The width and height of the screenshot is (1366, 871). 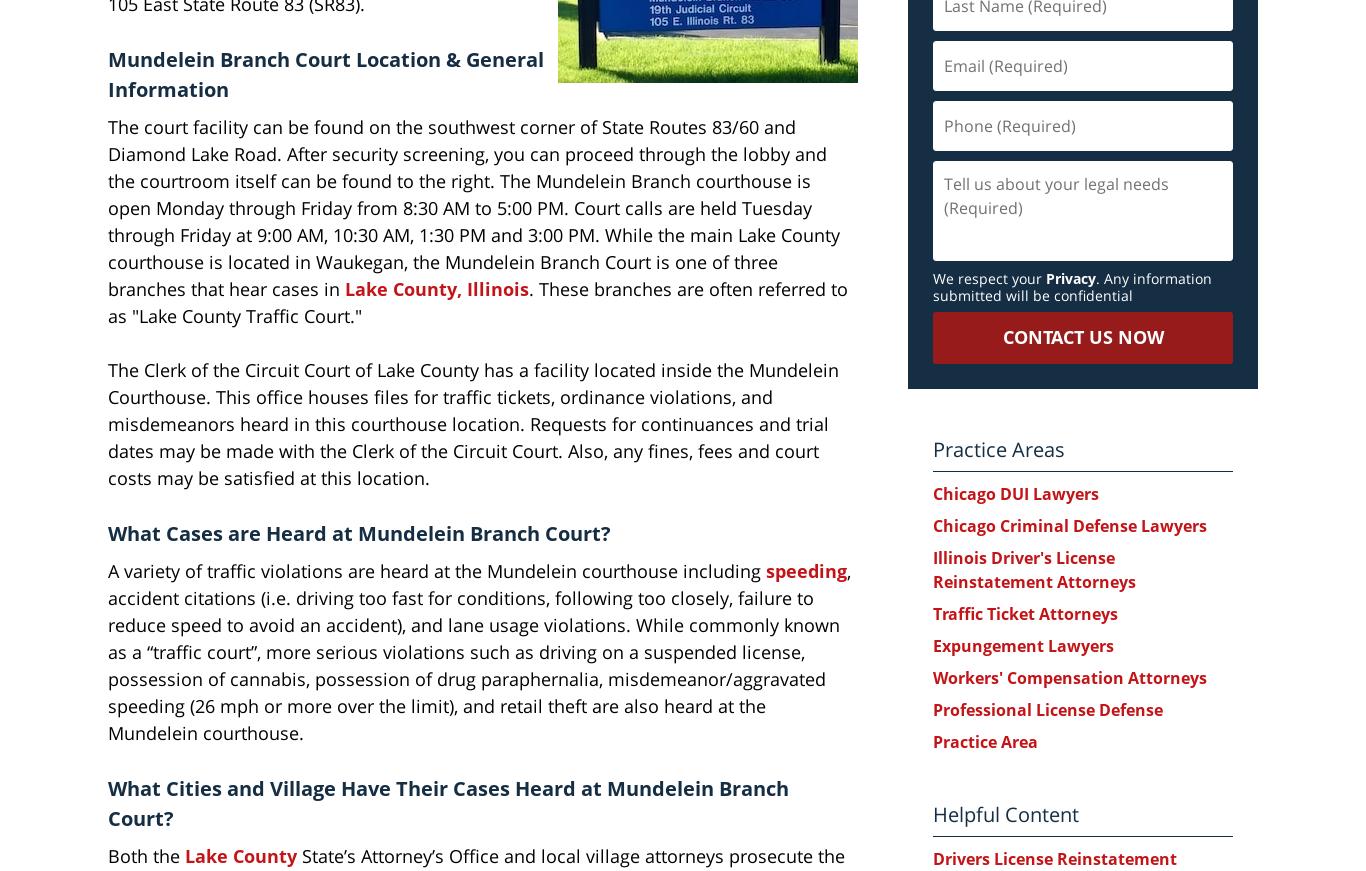 I want to click on 'Traffic Ticket Attorneys', so click(x=1024, y=612).